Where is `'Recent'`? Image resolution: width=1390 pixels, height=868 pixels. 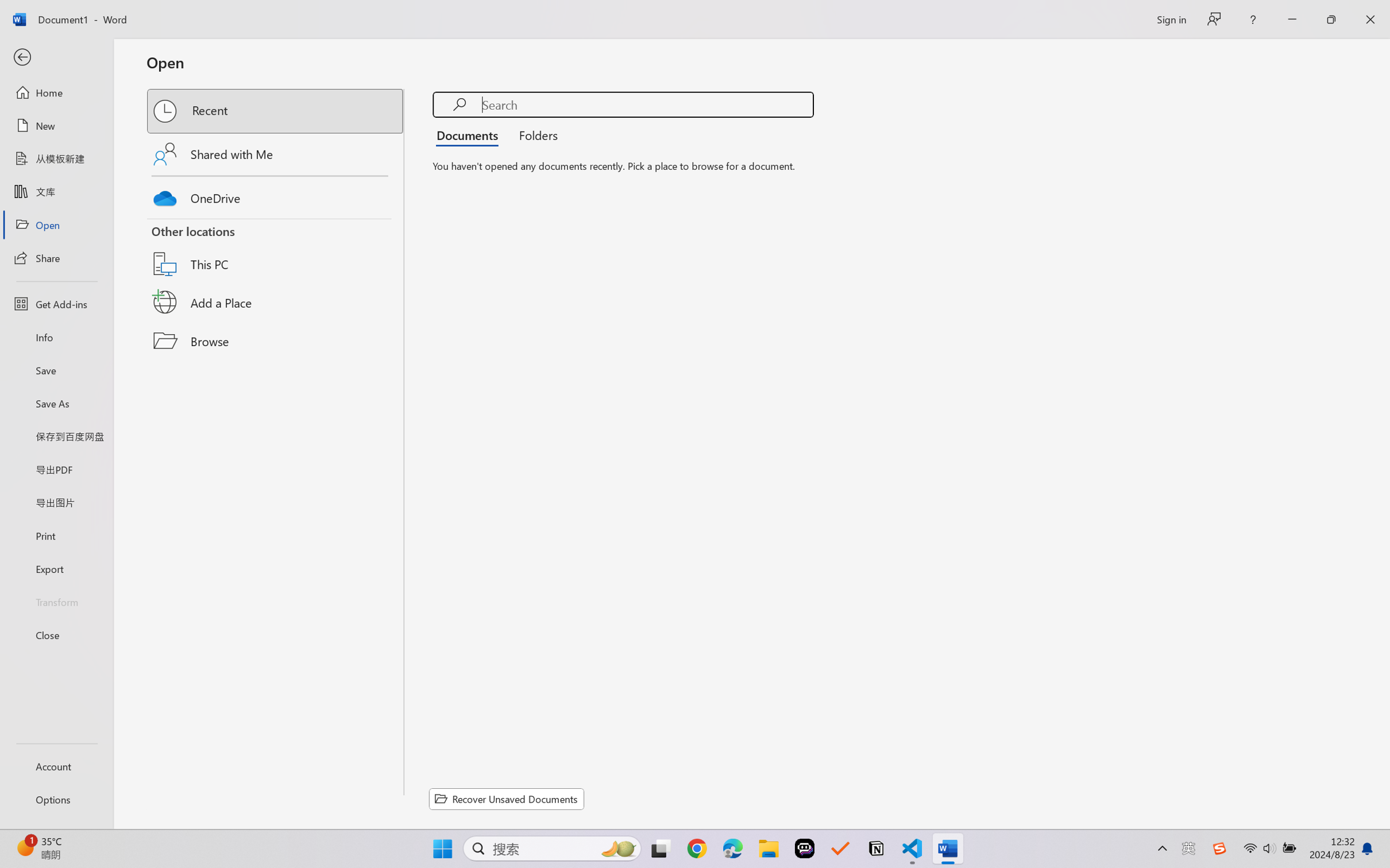 'Recent' is located at coordinates (276, 110).